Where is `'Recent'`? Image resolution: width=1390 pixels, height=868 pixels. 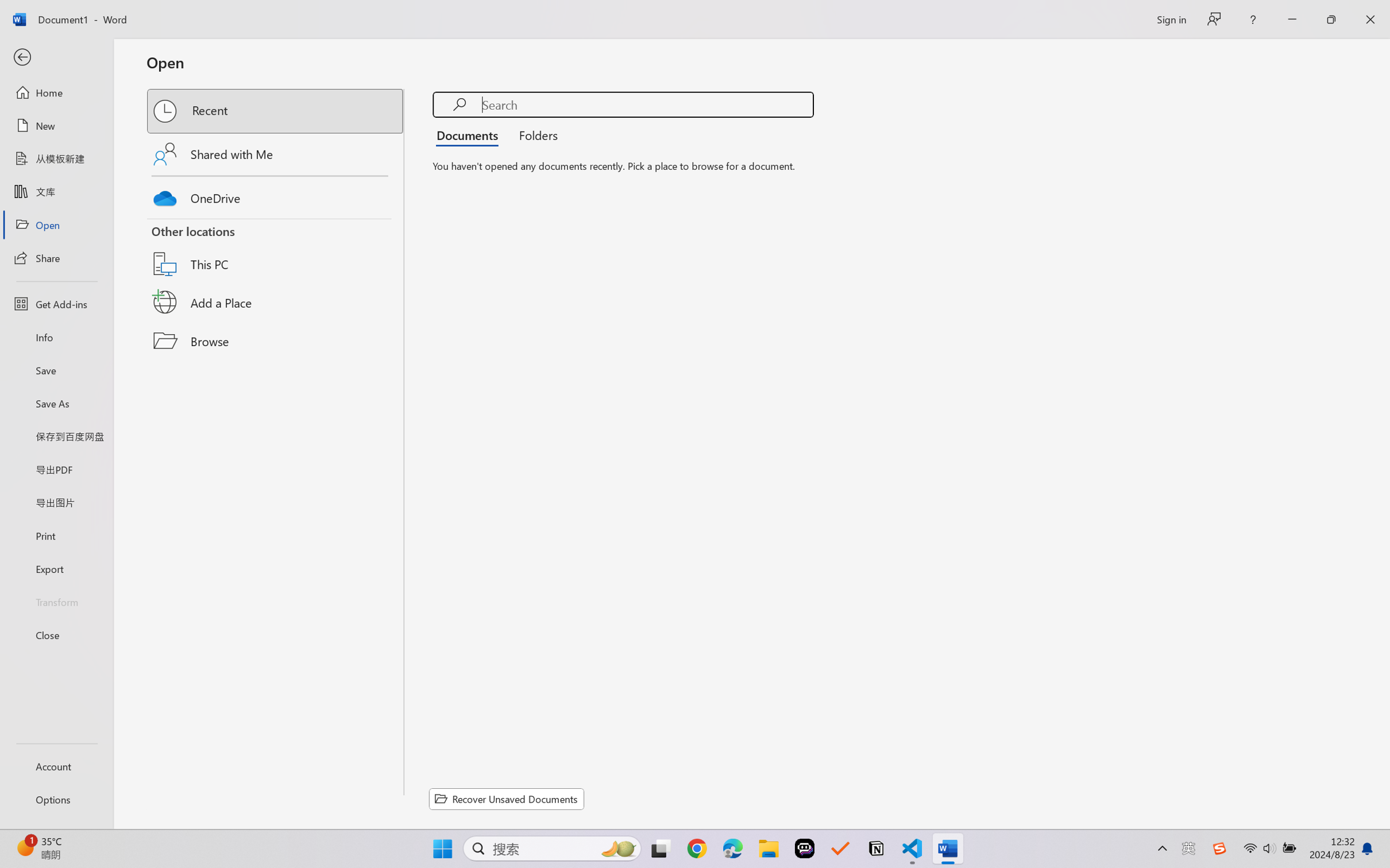 'Recent' is located at coordinates (276, 110).